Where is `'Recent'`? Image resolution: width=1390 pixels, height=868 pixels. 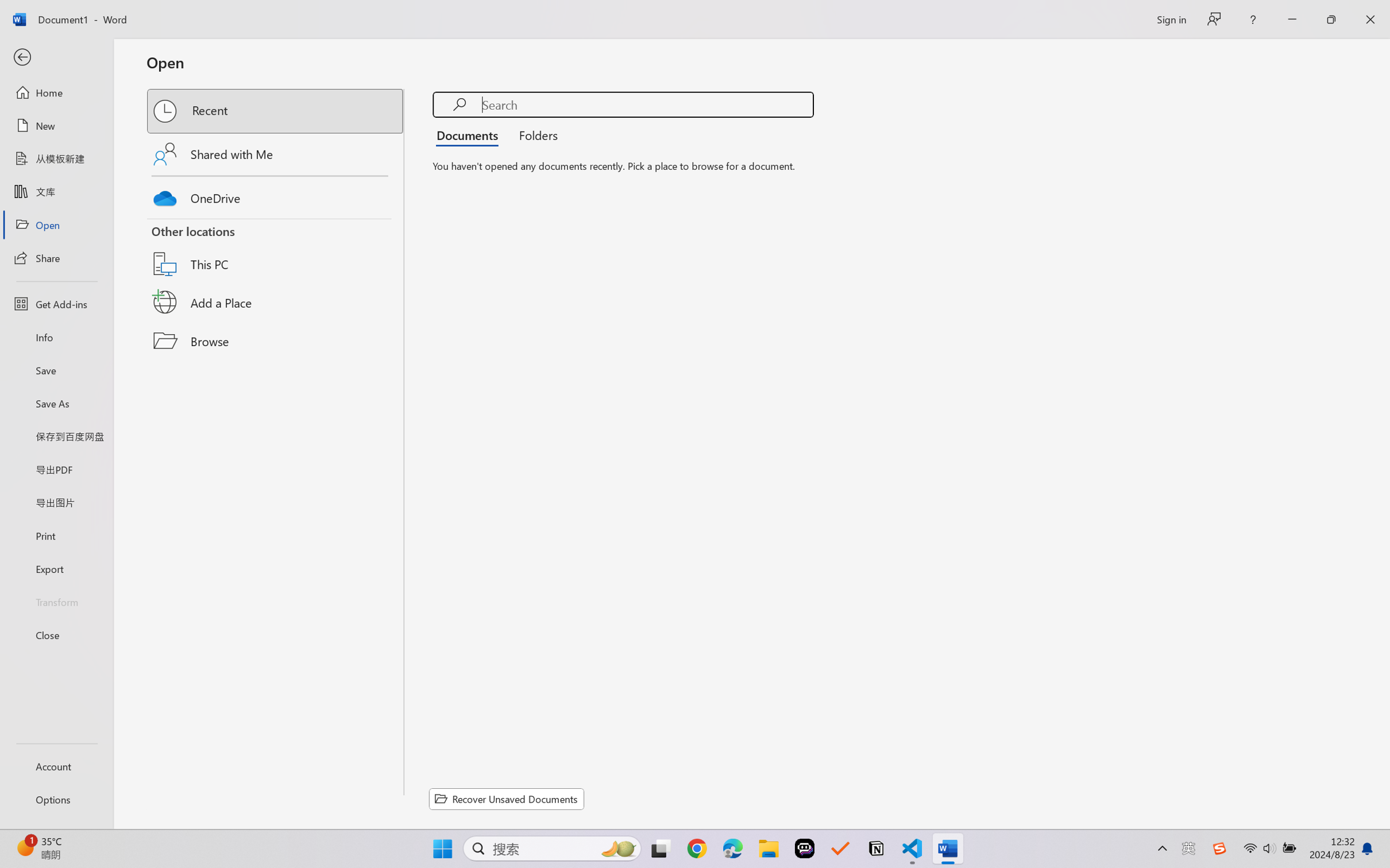 'Recent' is located at coordinates (276, 110).